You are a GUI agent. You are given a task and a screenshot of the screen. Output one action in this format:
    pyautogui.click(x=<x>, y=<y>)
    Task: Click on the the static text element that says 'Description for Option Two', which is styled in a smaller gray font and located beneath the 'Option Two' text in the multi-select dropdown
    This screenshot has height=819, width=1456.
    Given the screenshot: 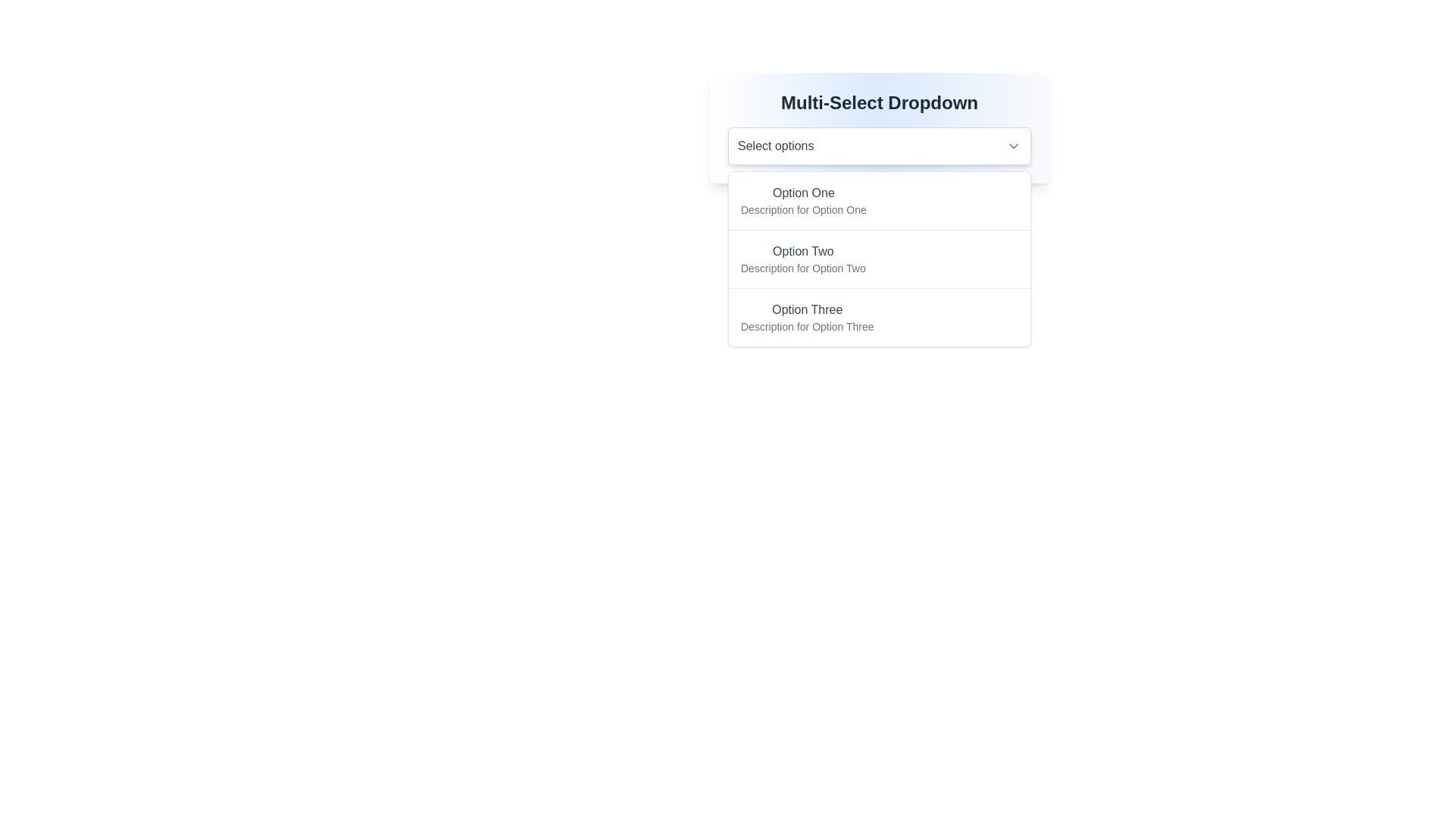 What is the action you would take?
    pyautogui.click(x=802, y=268)
    